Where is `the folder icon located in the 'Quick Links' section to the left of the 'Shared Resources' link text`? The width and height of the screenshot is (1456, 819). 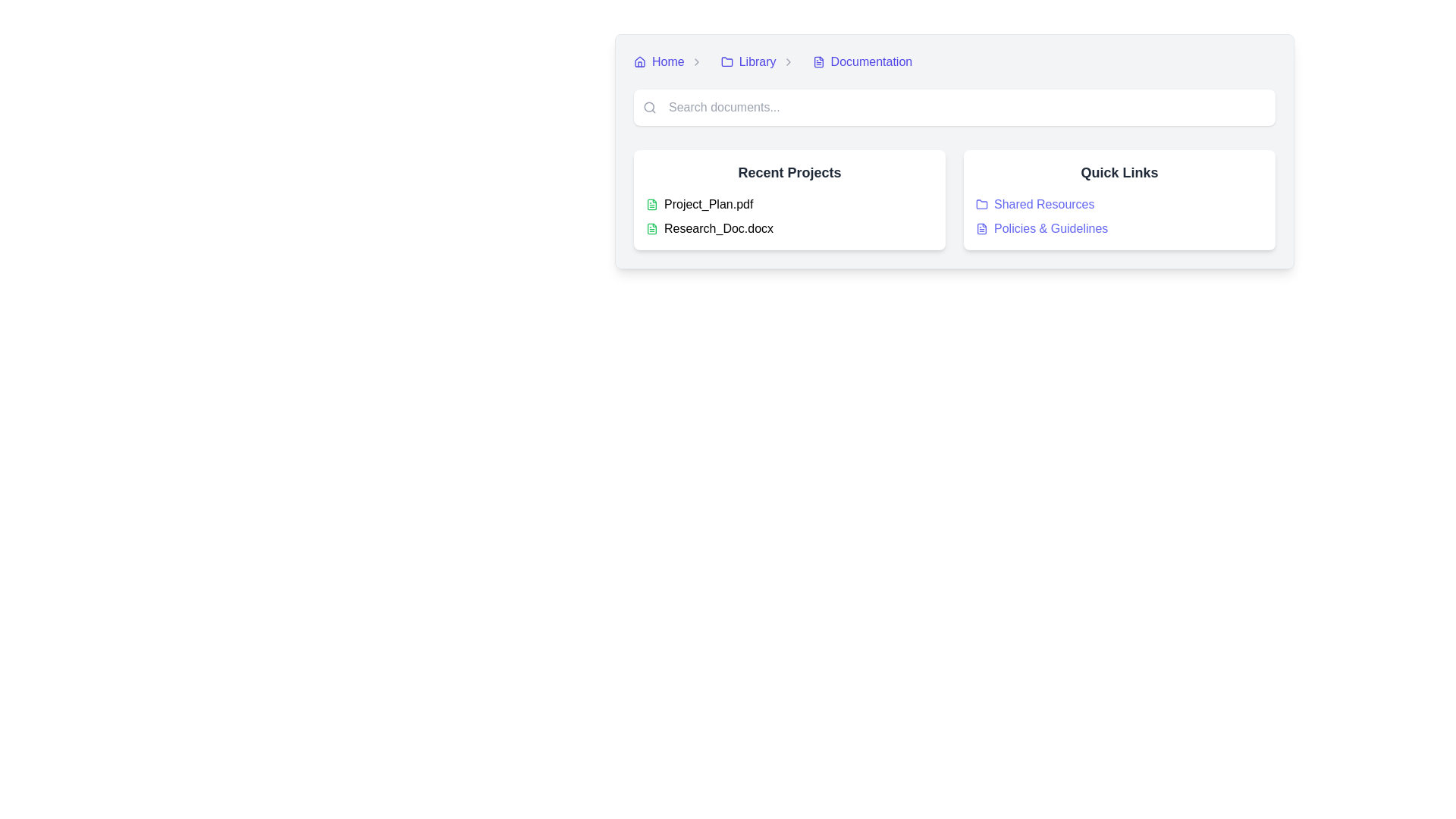 the folder icon located in the 'Quick Links' section to the left of the 'Shared Resources' link text is located at coordinates (982, 203).